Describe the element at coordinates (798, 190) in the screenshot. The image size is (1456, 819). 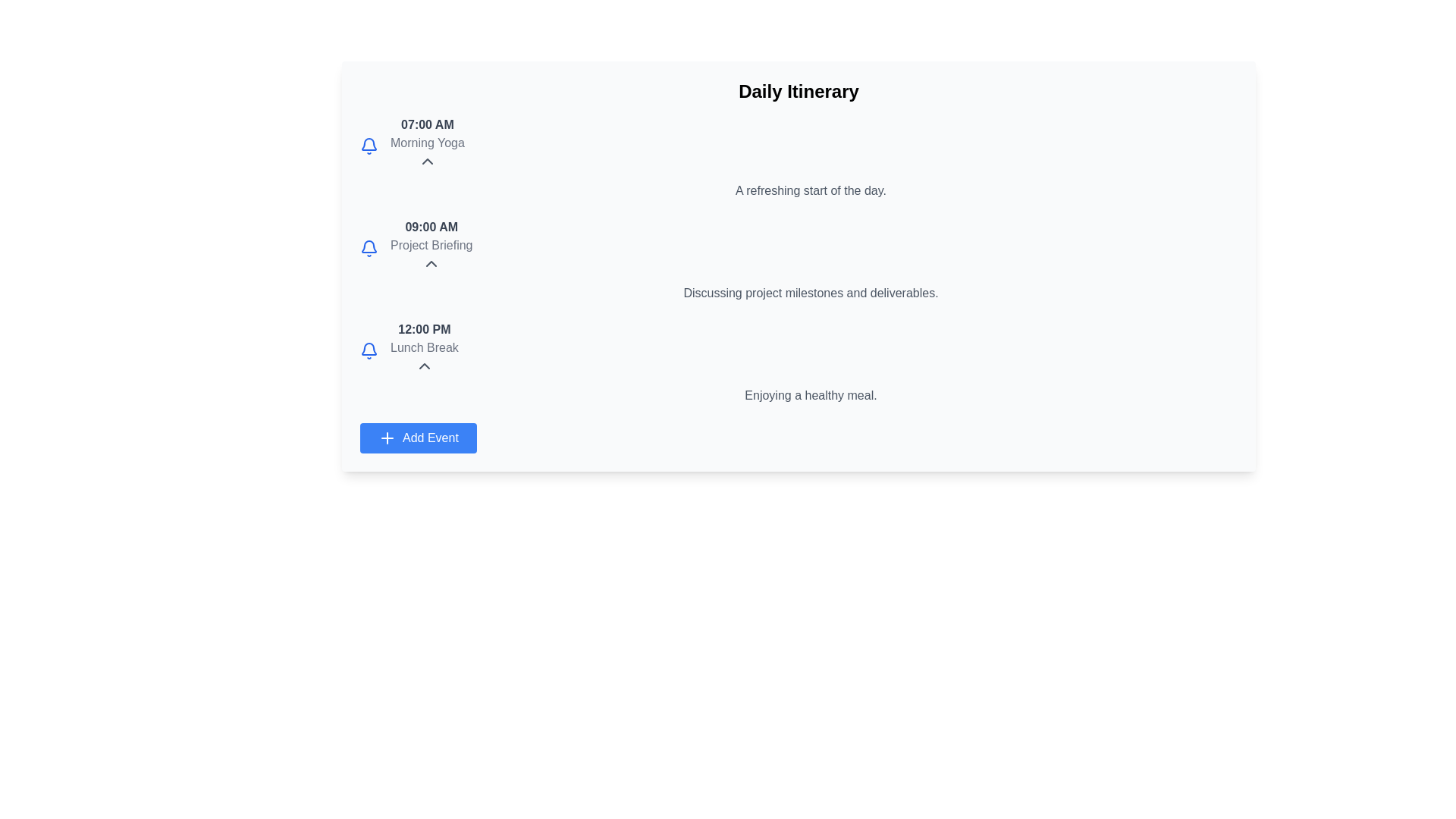
I see `the text block displaying 'A refreshing start of the day.' which is positioned below the 'Morning Yoga' text and aligned with the schedule's times` at that location.